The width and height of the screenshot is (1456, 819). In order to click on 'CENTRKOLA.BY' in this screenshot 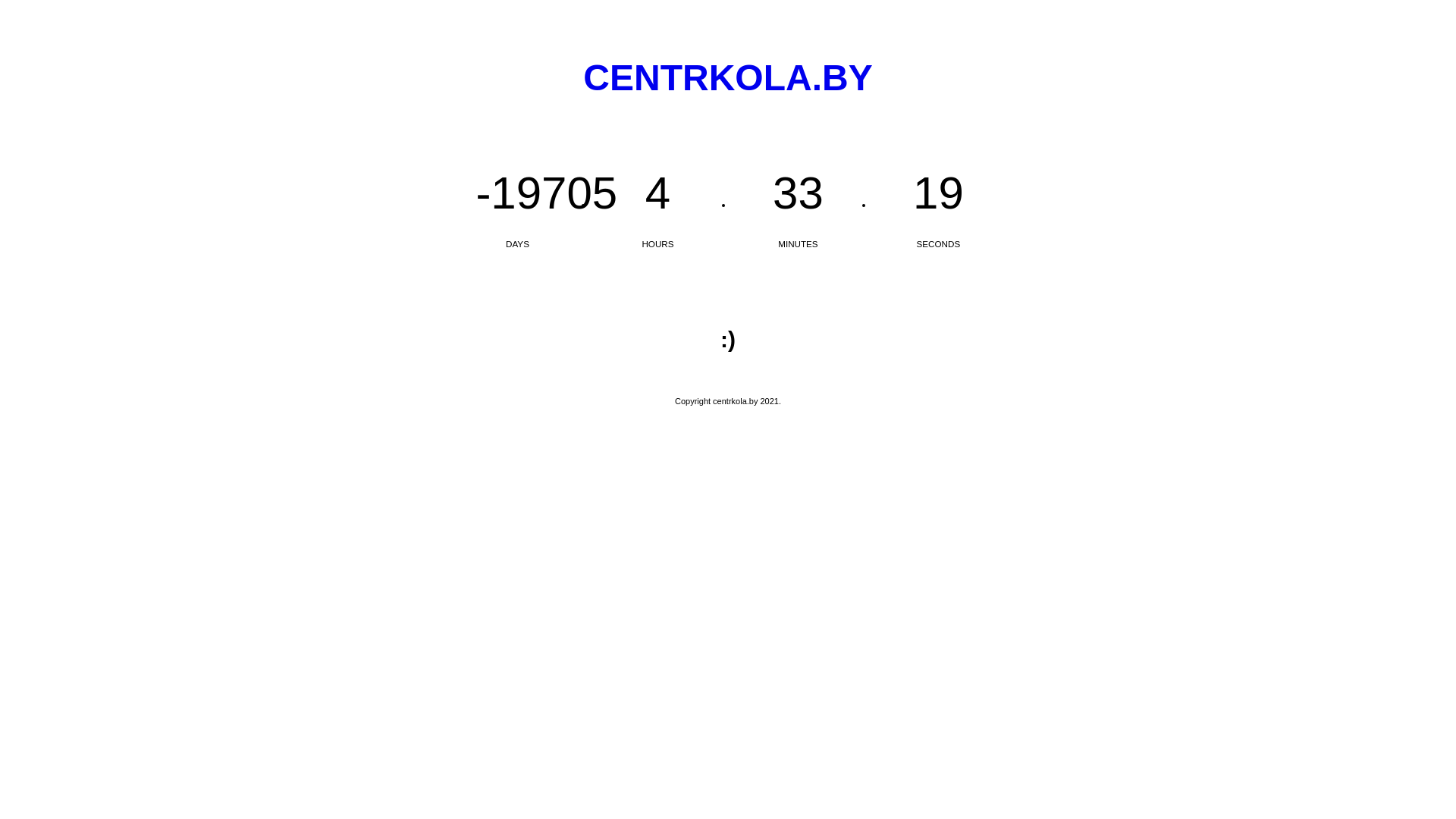, I will do `click(726, 77)`.